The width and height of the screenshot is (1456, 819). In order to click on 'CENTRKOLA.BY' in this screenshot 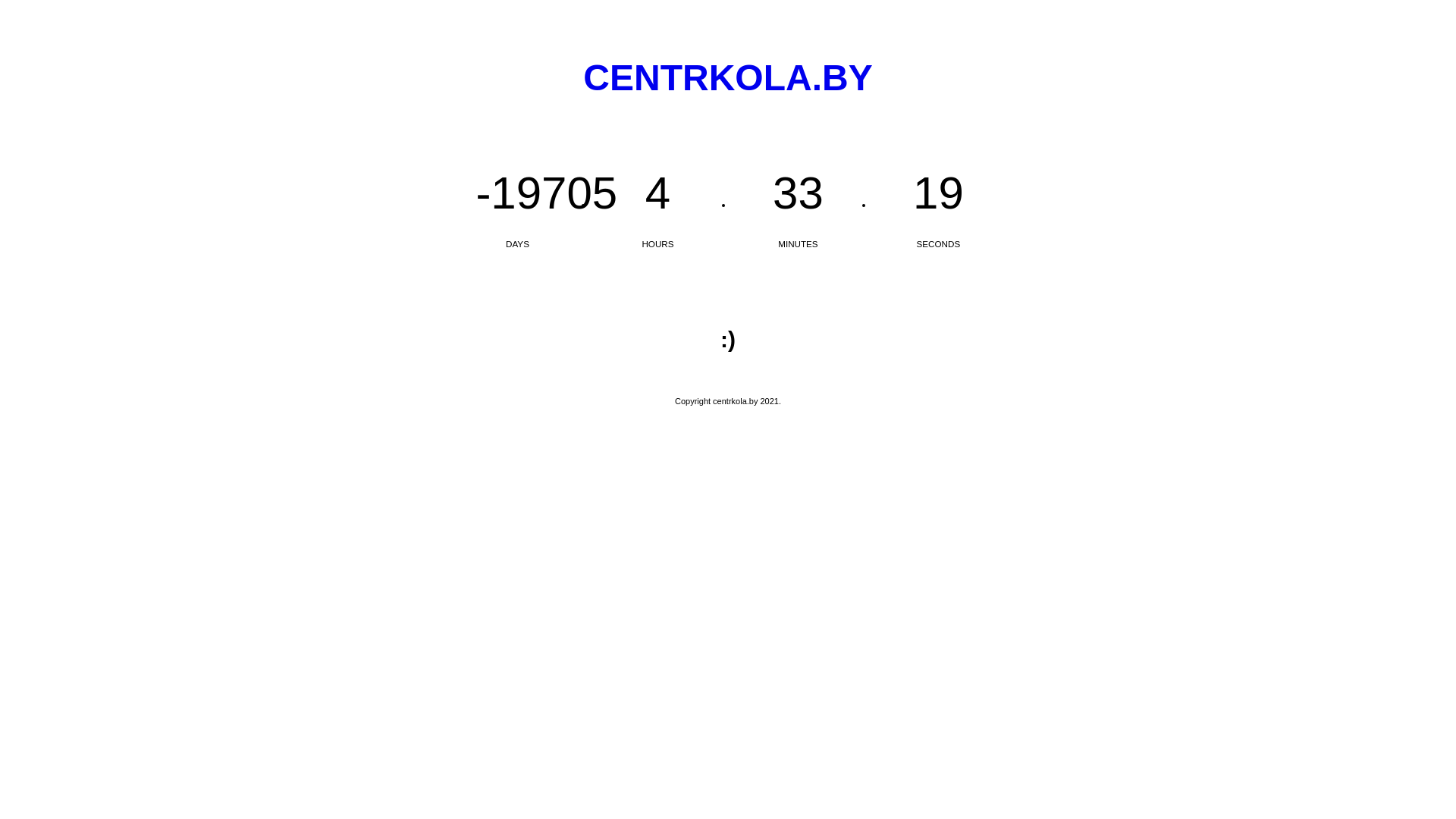, I will do `click(726, 77)`.